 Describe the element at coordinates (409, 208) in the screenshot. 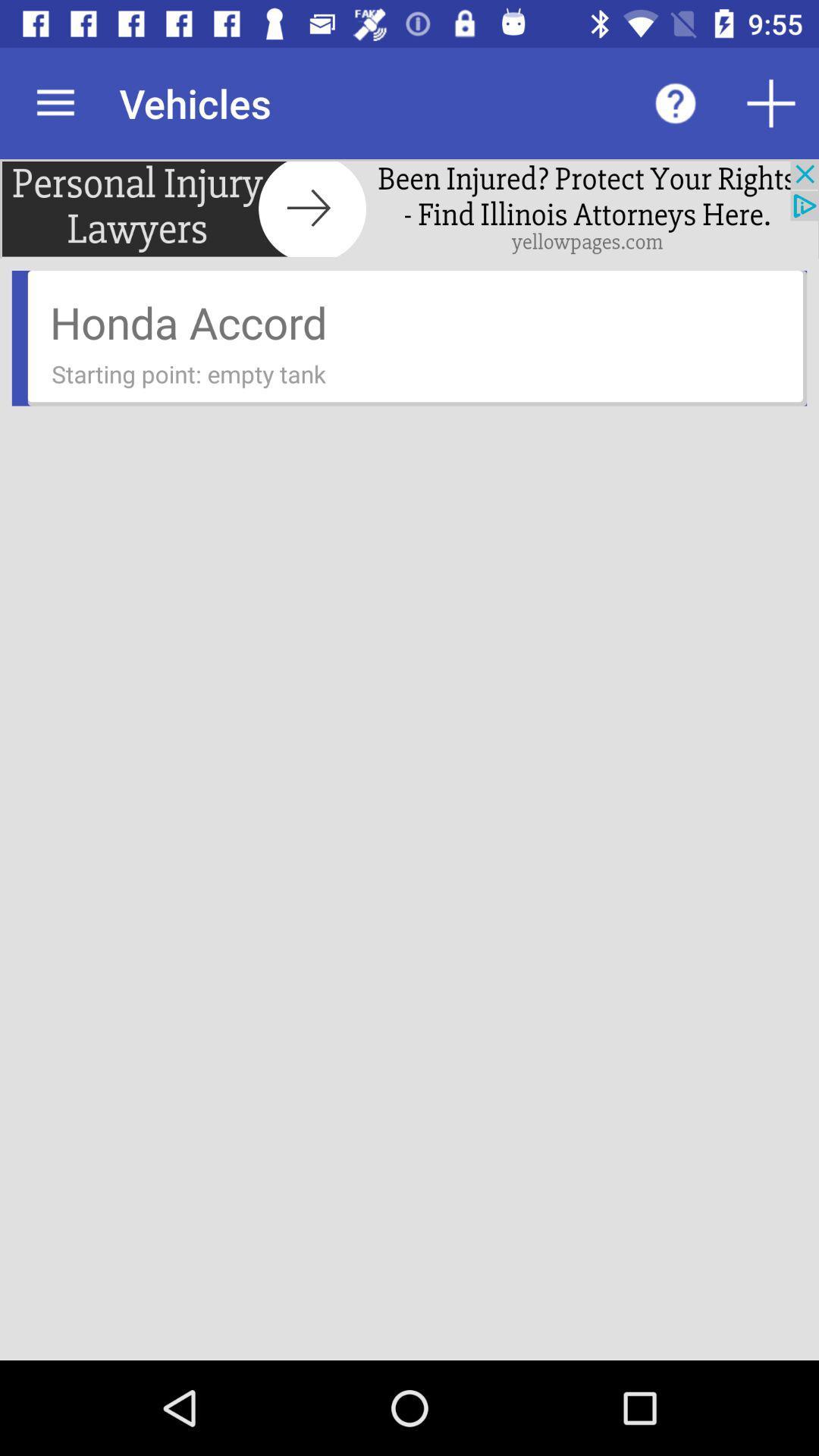

I see `find lawyers in yellowpages` at that location.